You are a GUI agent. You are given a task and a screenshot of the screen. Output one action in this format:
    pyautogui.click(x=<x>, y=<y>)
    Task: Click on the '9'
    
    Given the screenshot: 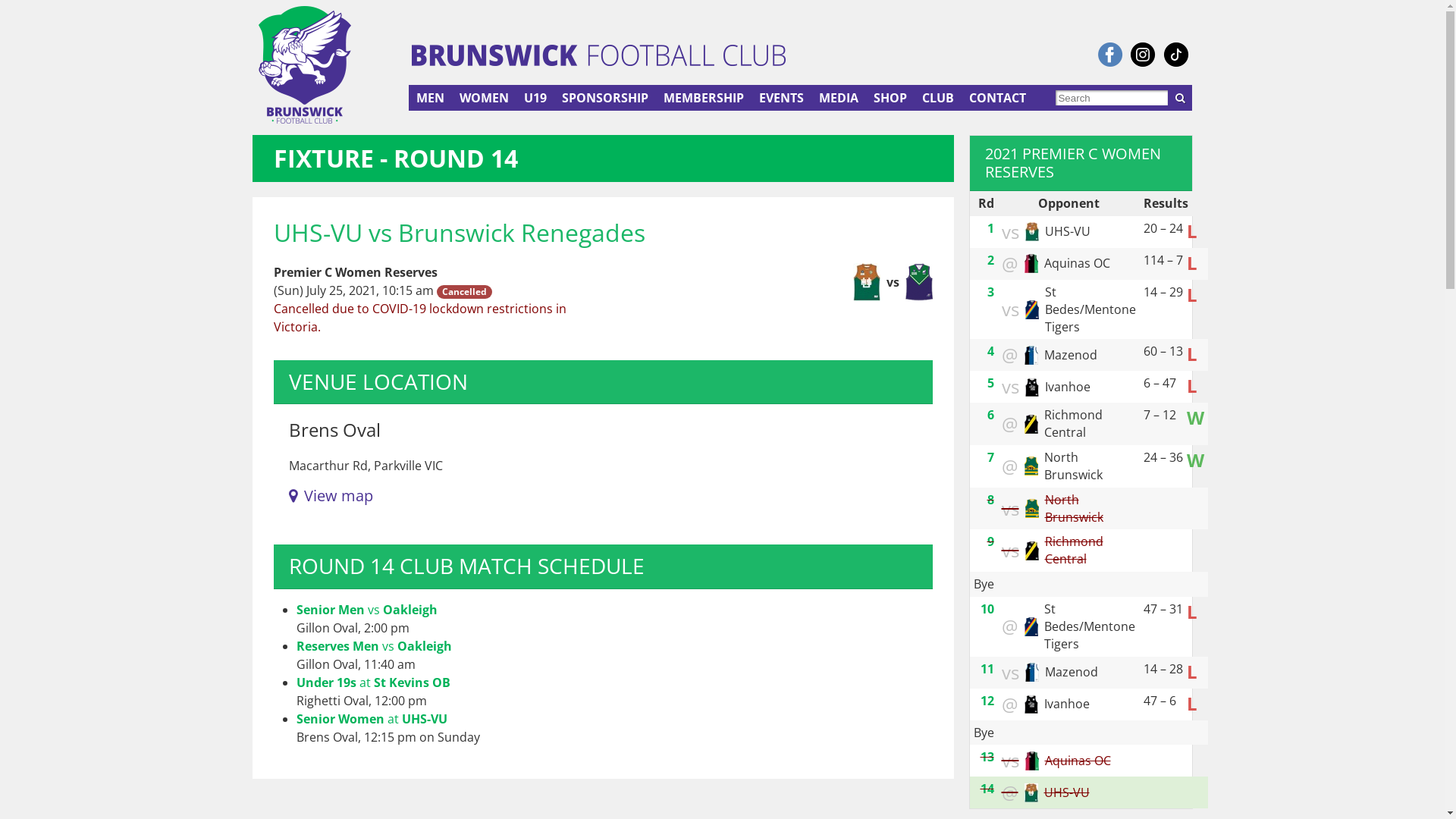 What is the action you would take?
    pyautogui.click(x=987, y=540)
    